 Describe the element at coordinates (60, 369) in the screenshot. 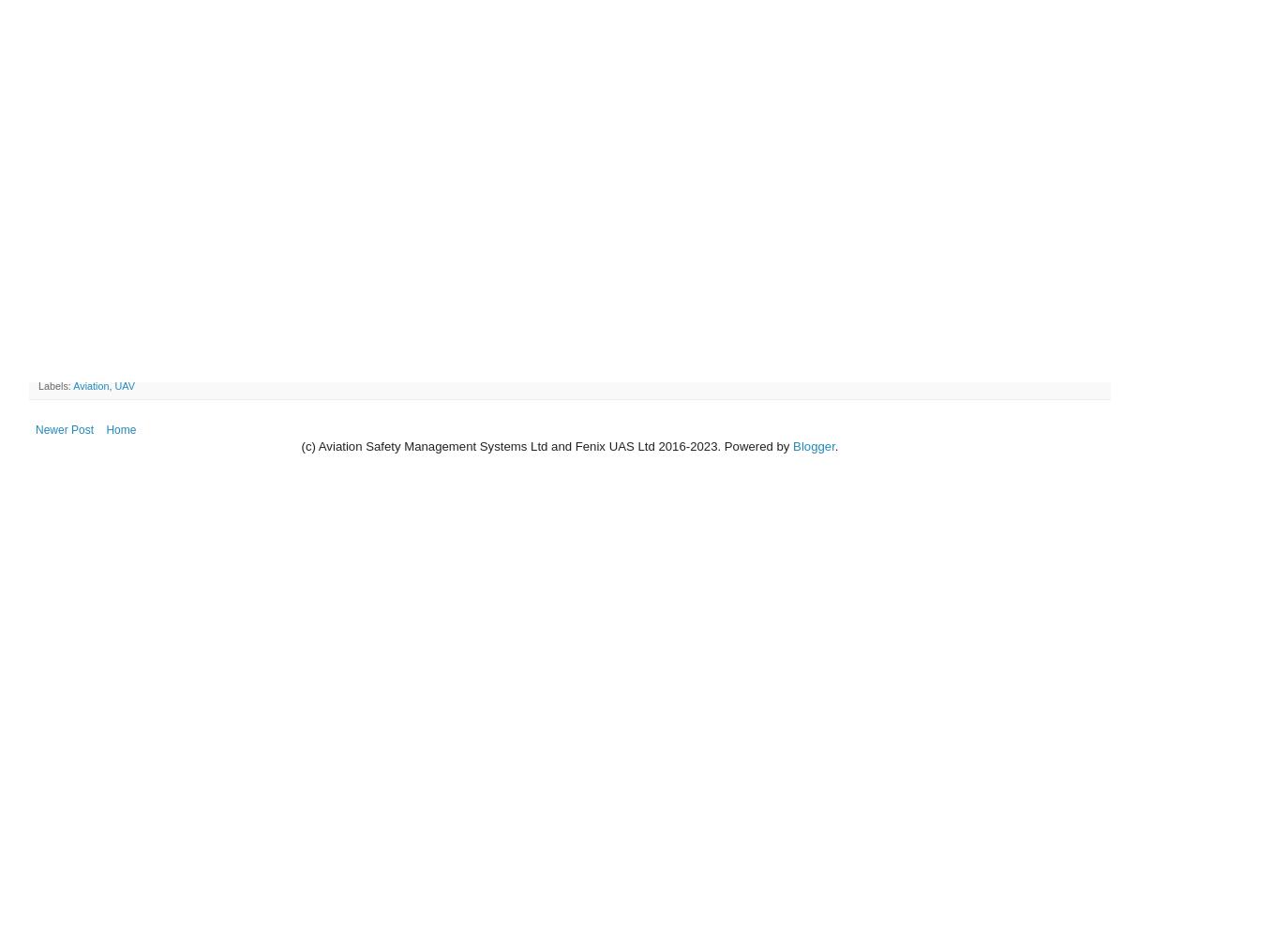

I see `'Email This'` at that location.